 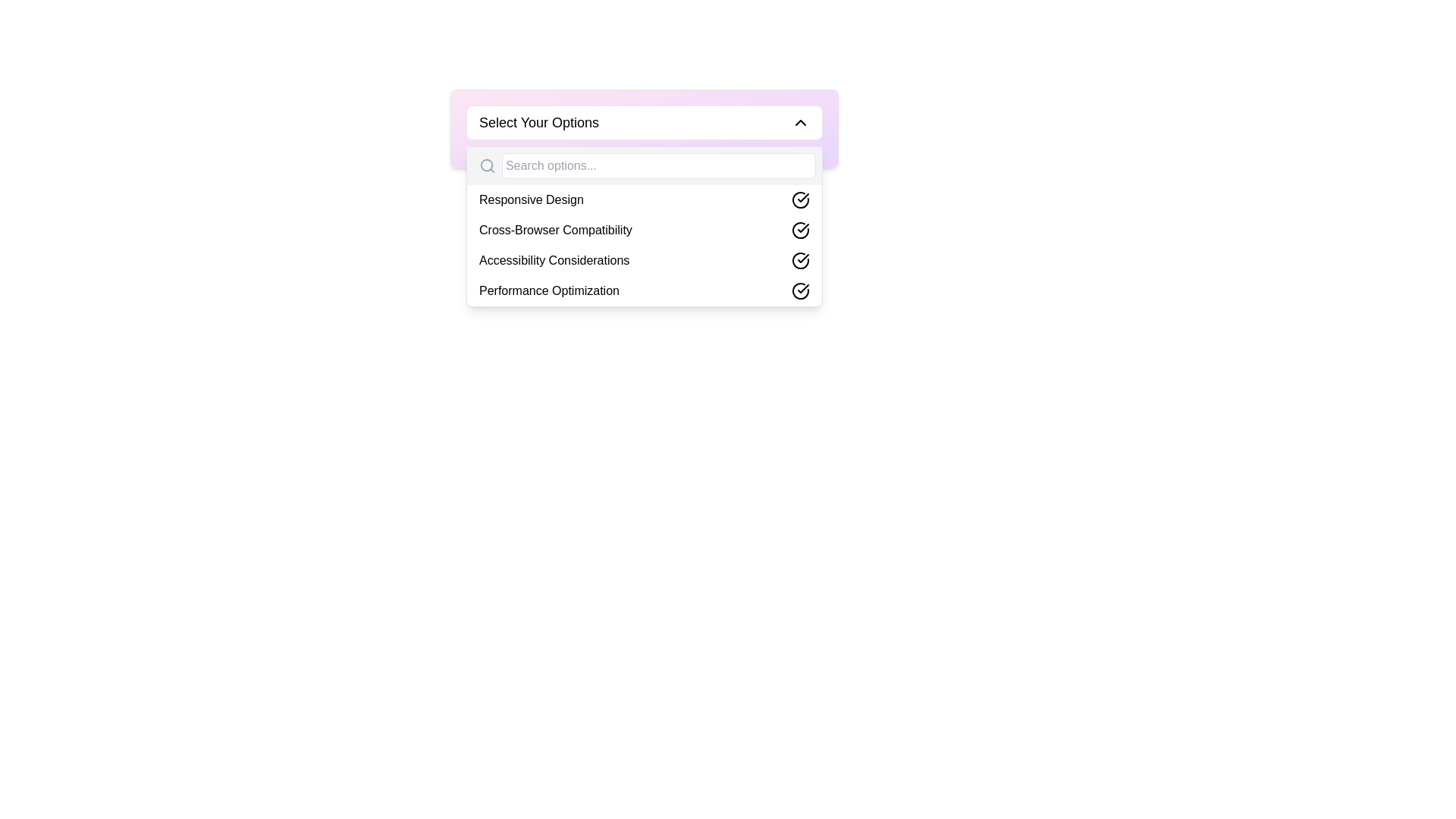 What do you see at coordinates (658, 166) in the screenshot?
I see `to select text in the text input field located` at bounding box center [658, 166].